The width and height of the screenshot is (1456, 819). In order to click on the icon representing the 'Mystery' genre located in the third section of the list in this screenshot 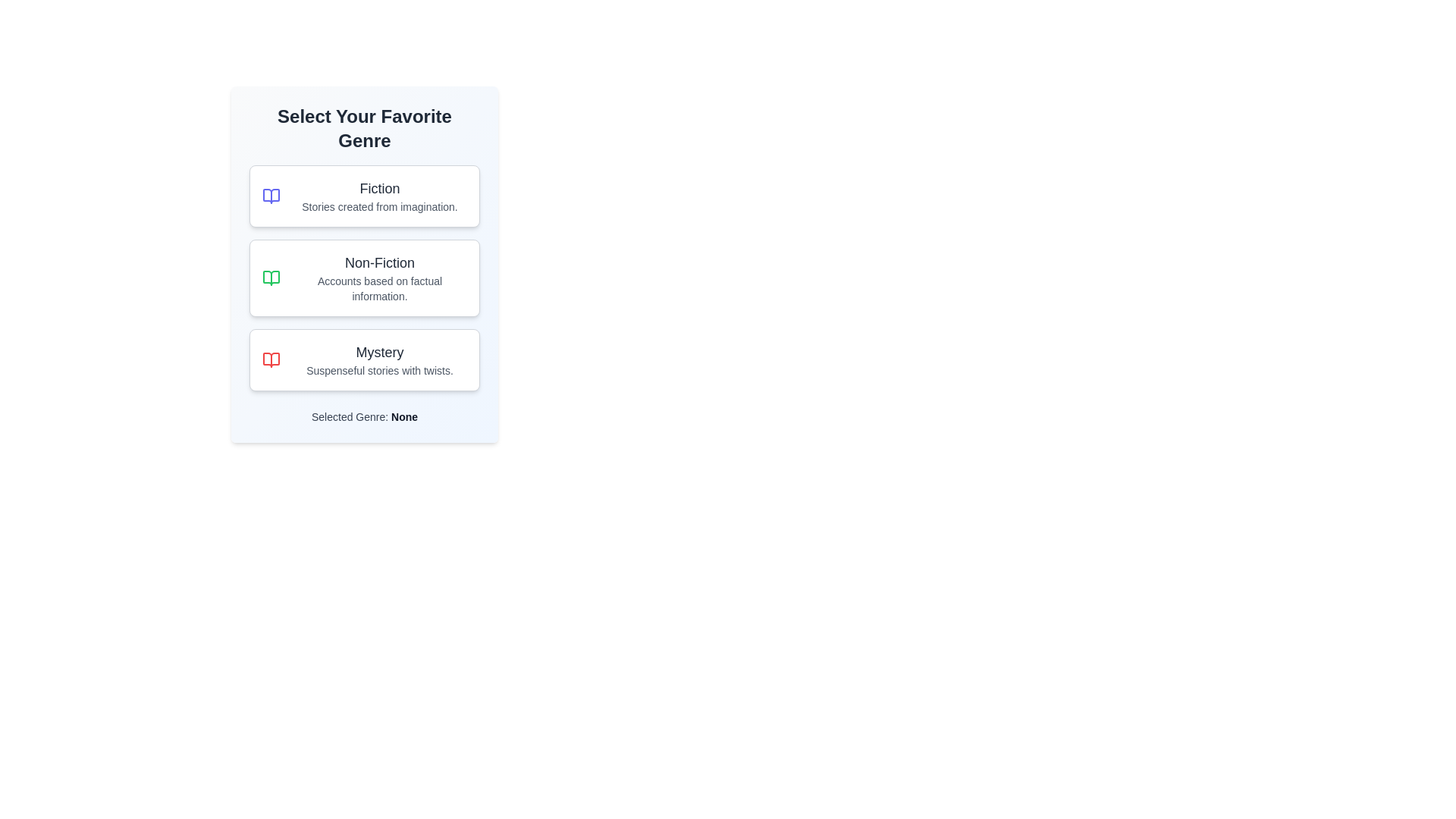, I will do `click(271, 359)`.